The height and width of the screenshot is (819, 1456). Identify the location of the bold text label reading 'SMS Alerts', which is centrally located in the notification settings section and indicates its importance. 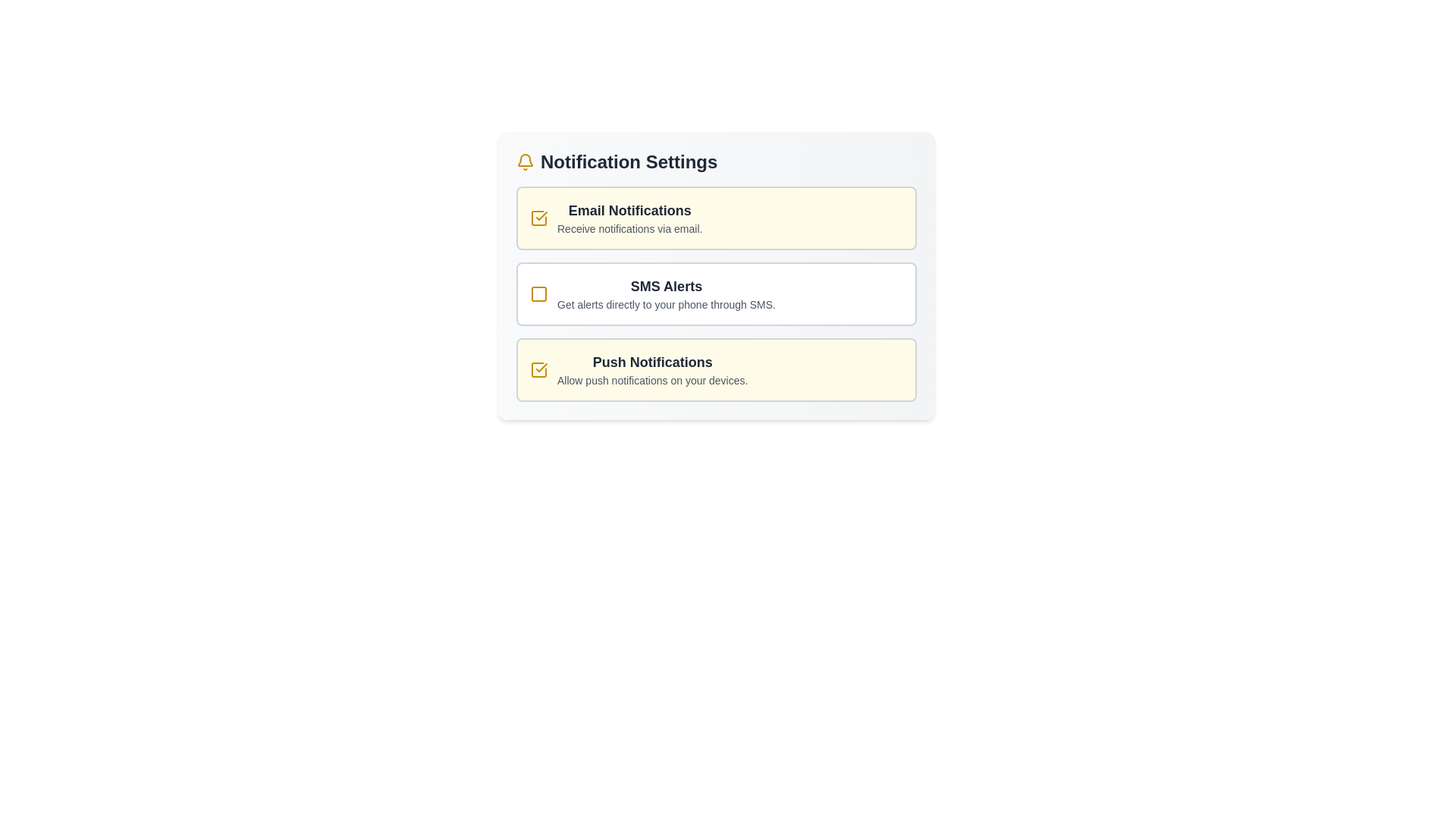
(666, 287).